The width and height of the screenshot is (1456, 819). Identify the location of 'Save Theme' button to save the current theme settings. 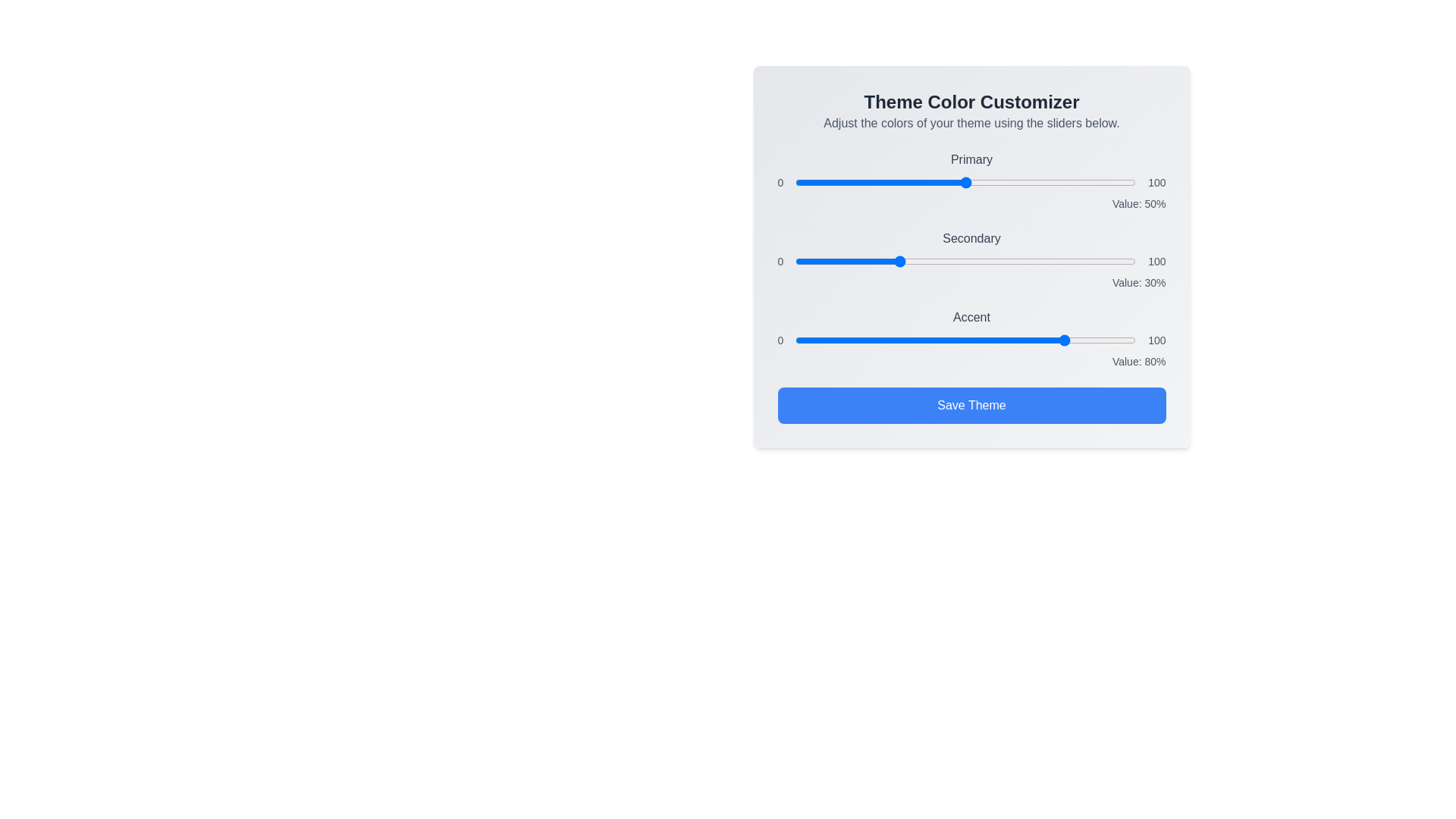
(971, 405).